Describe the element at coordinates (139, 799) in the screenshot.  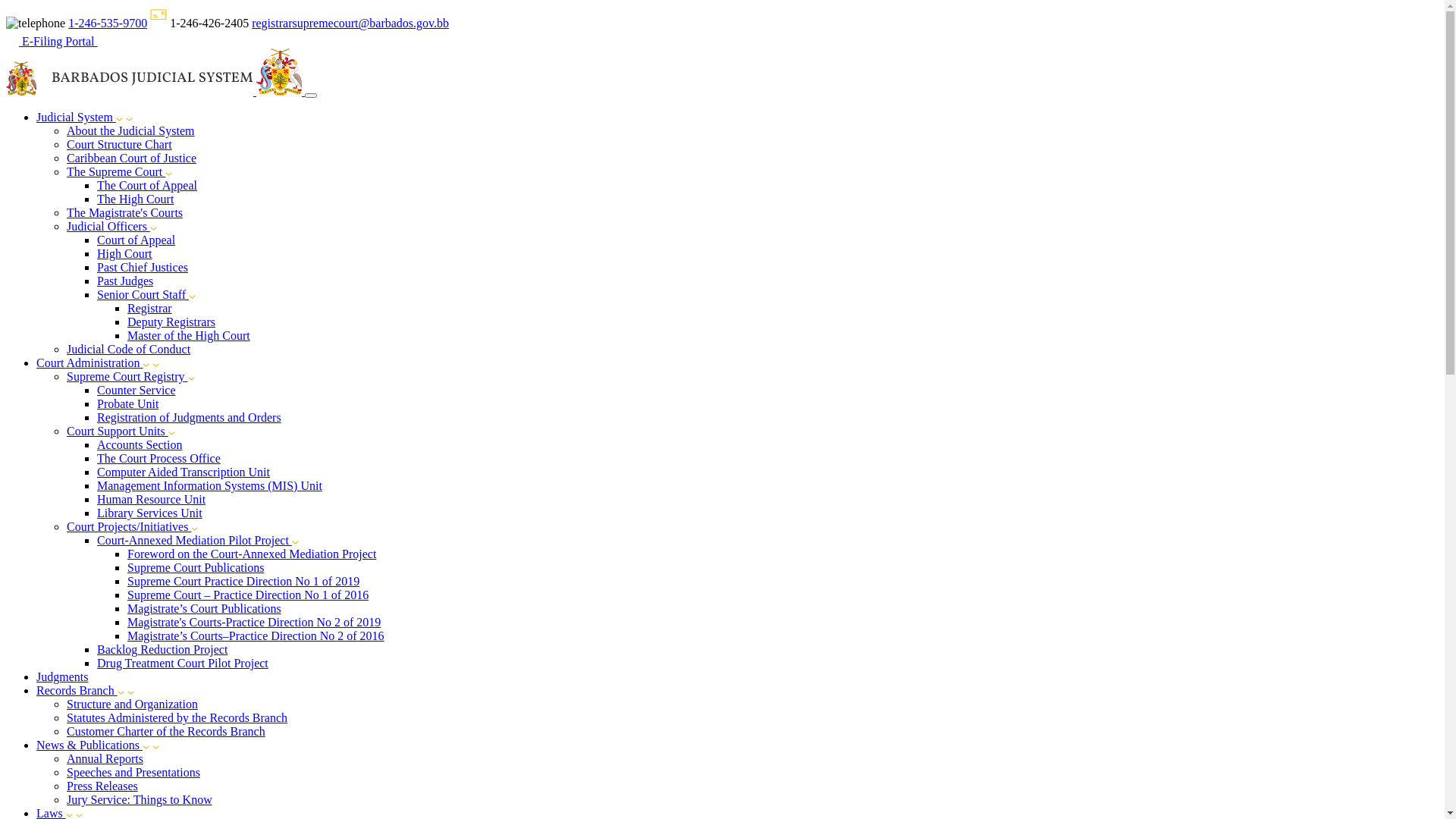
I see `'Jury Service: Things to Know'` at that location.